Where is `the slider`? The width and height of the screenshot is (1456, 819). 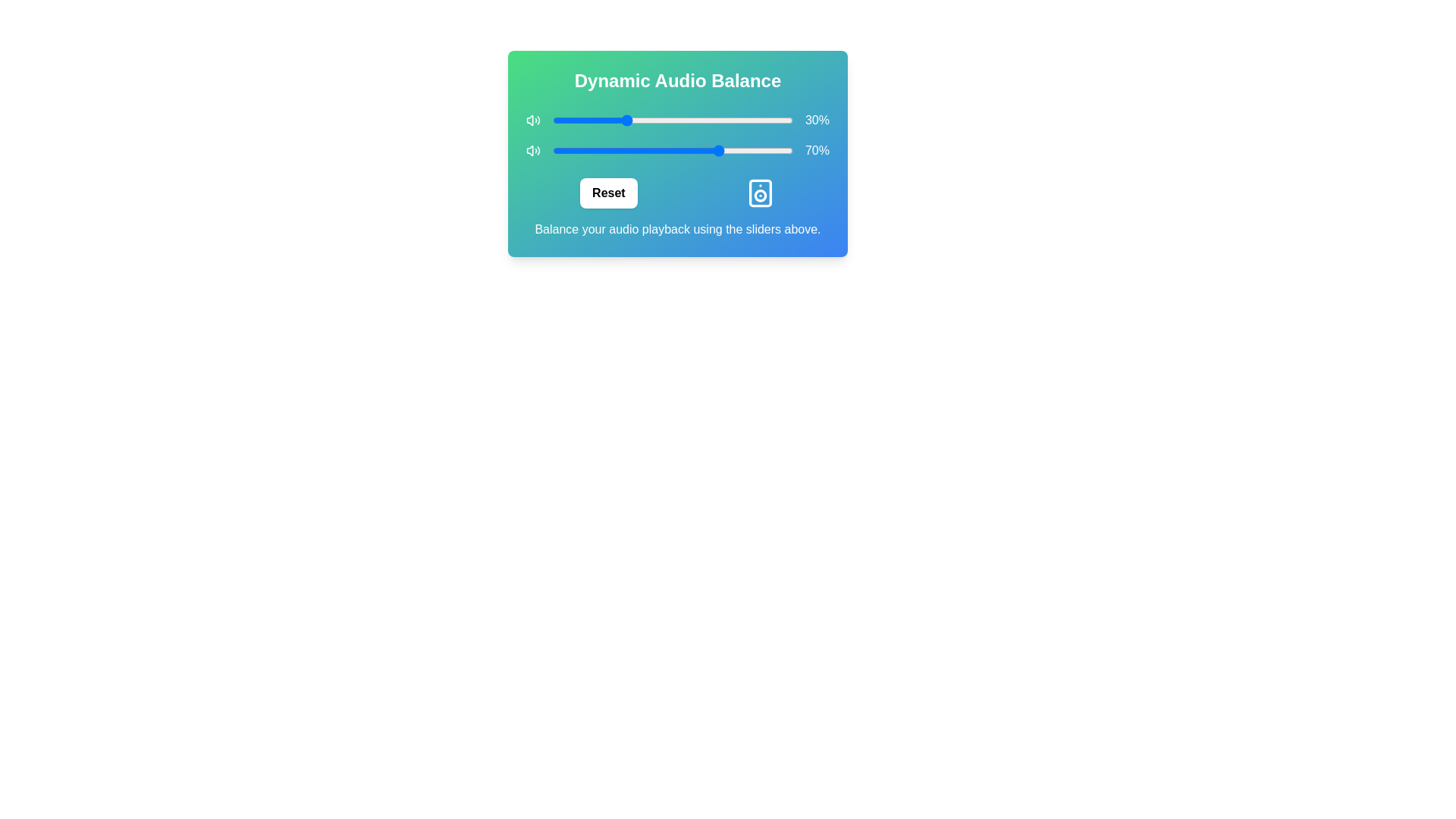 the slider is located at coordinates (559, 119).